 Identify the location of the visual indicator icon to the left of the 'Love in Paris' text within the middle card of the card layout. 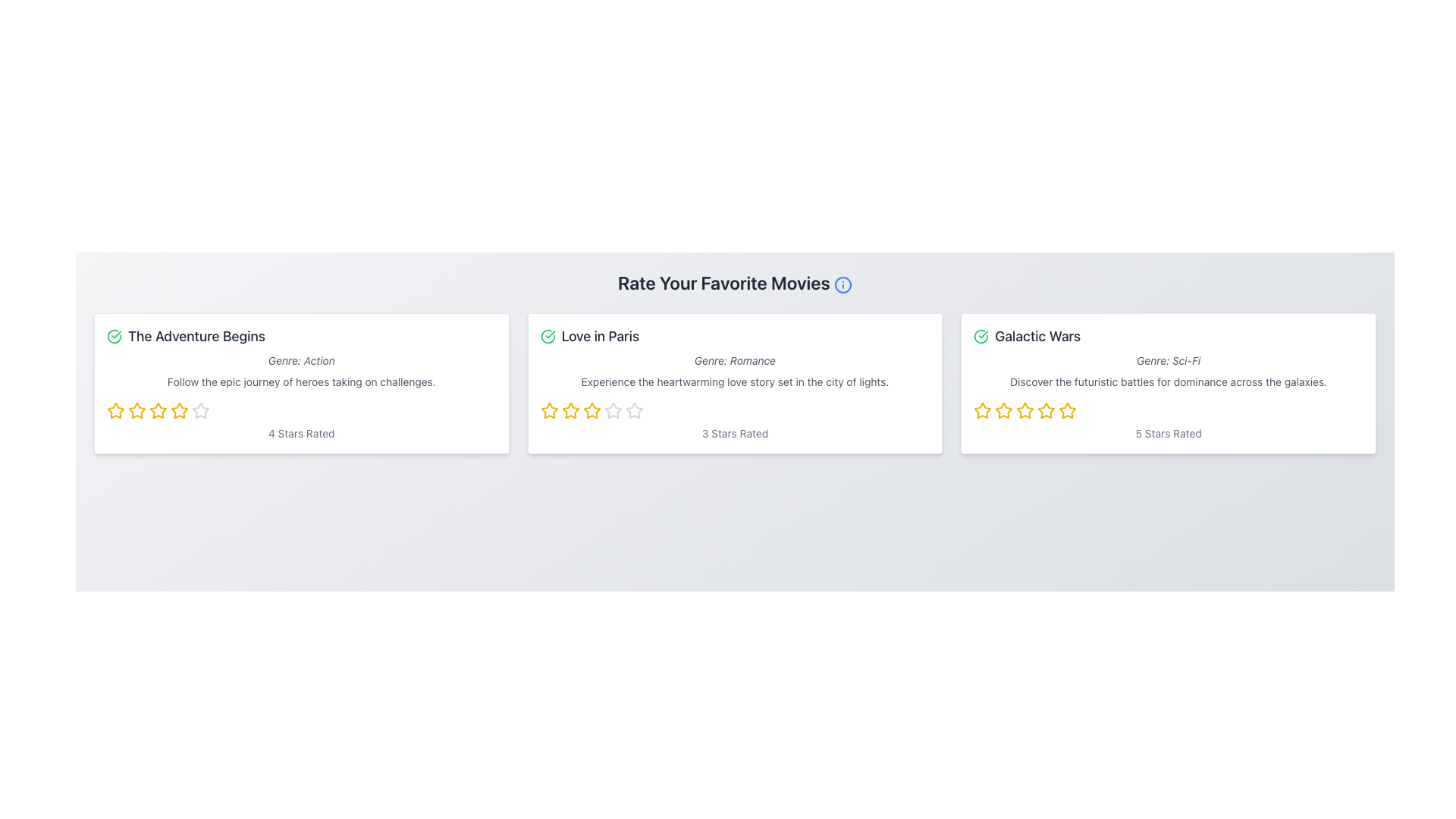
(547, 335).